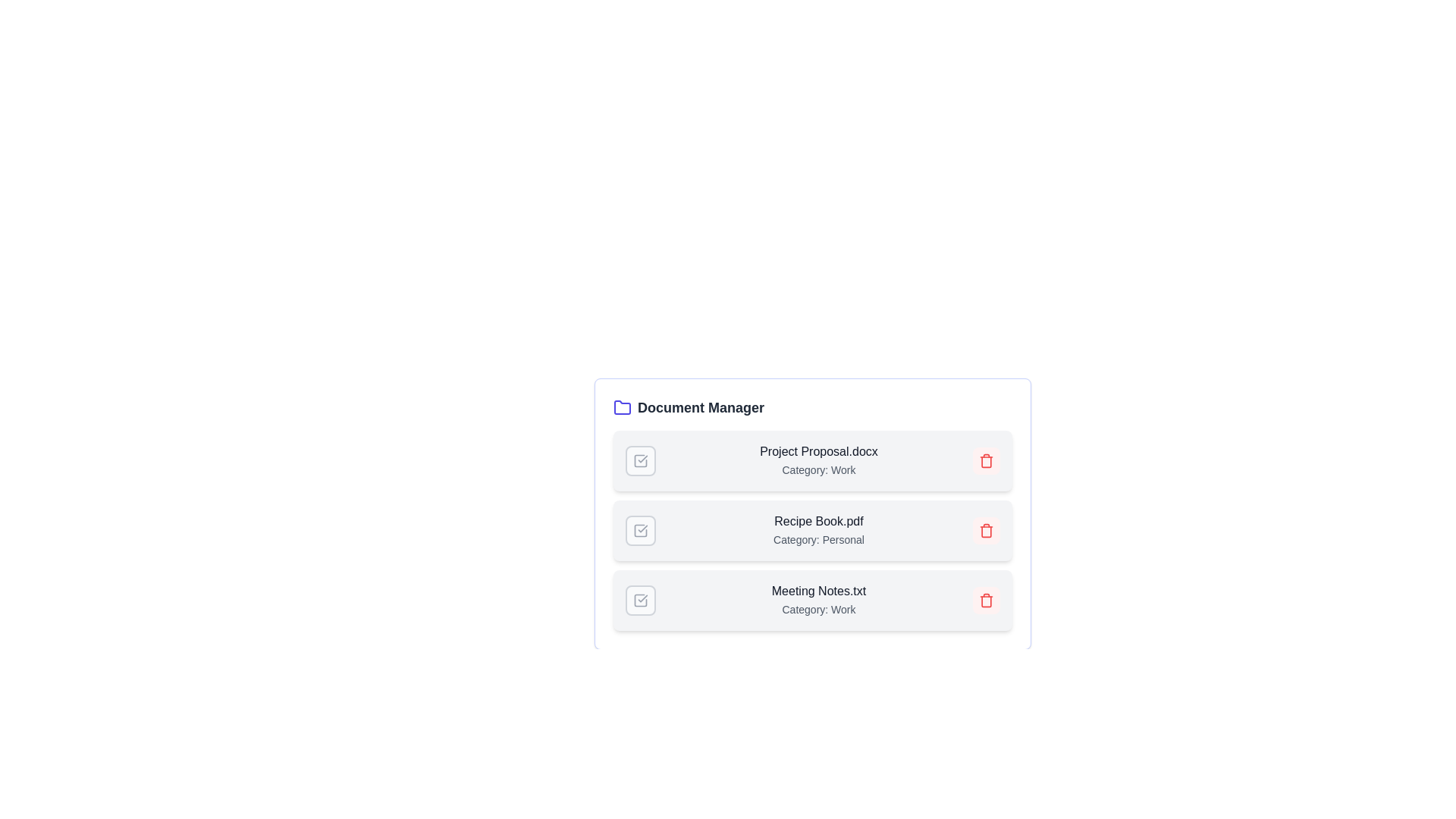 The width and height of the screenshot is (1456, 819). I want to click on the text label displaying 'Project Proposal.docx' in bold, which is the second item within the card layout in the 'Document Manager' section, so click(818, 460).